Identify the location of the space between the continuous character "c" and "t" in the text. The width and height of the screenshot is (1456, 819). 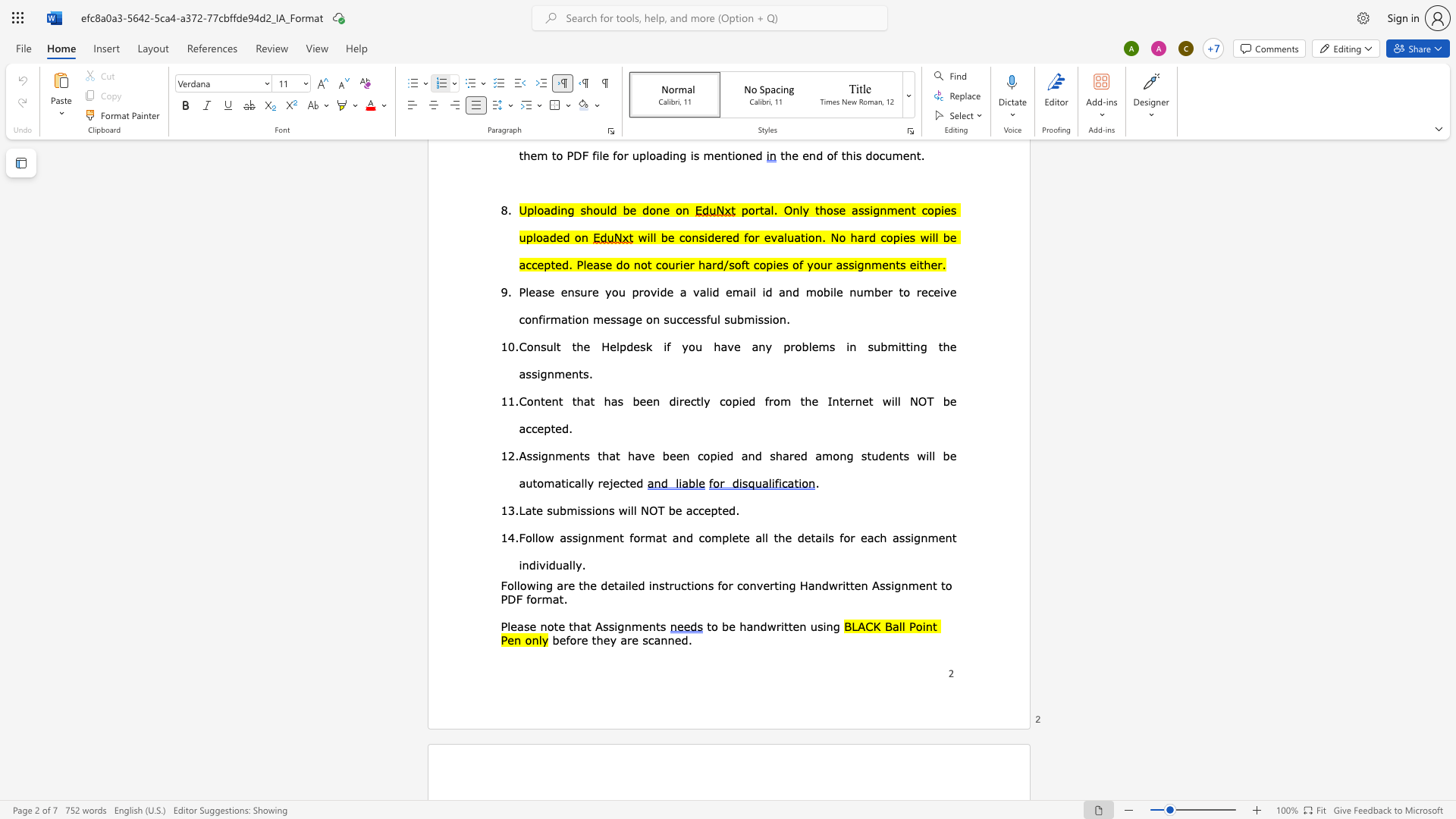
(686, 584).